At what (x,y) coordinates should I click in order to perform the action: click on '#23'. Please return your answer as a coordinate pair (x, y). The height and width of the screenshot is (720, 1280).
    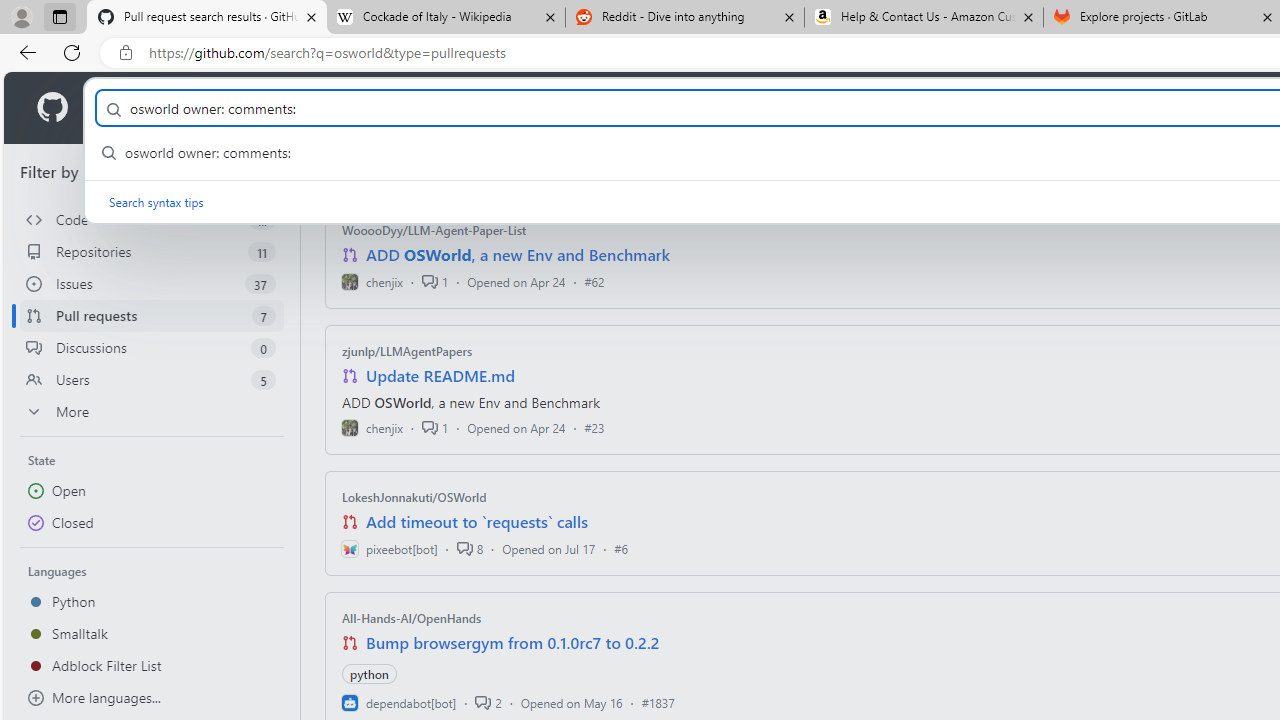
    Looking at the image, I should click on (593, 426).